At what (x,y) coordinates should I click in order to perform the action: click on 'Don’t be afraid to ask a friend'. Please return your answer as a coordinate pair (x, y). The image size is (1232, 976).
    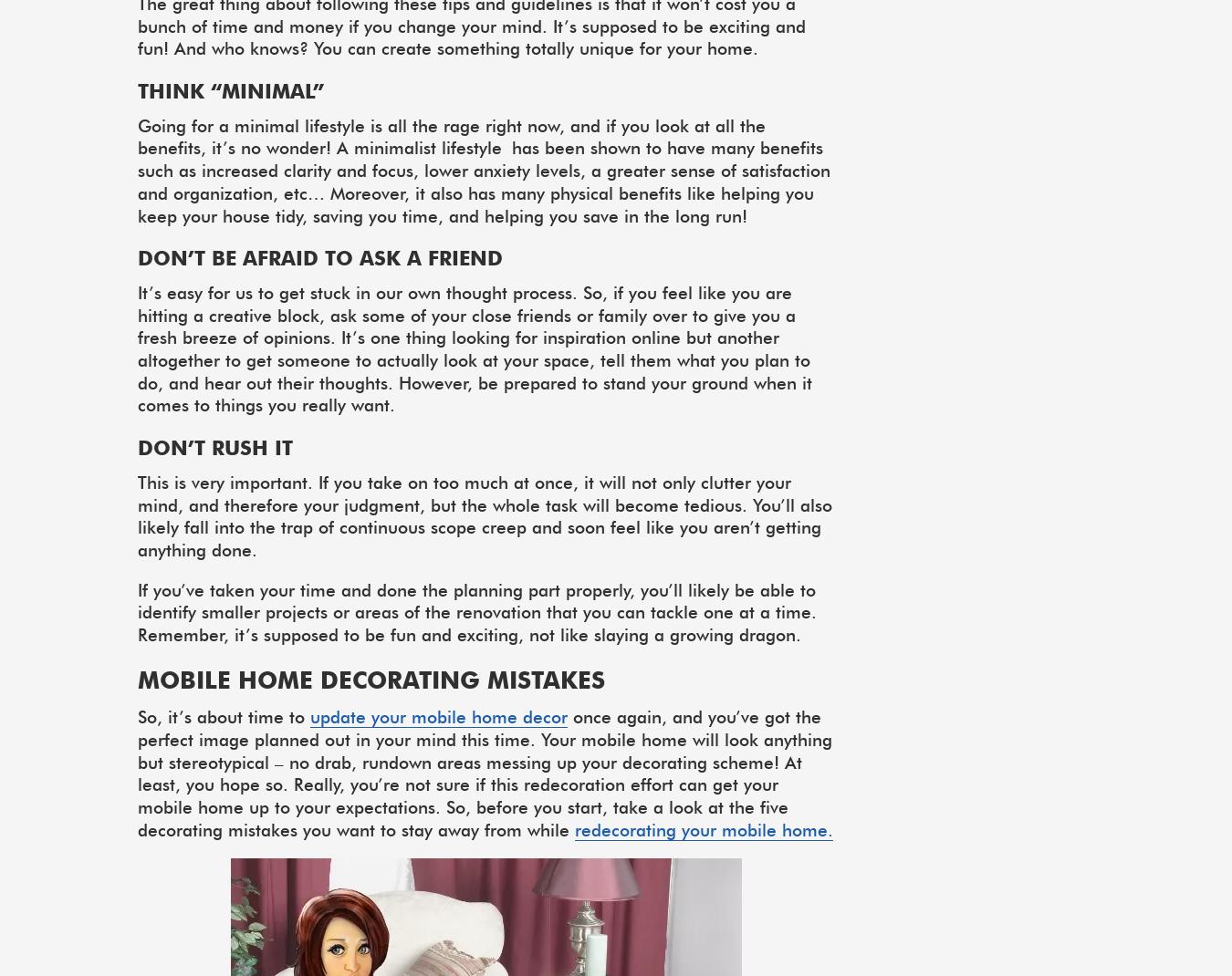
    Looking at the image, I should click on (320, 258).